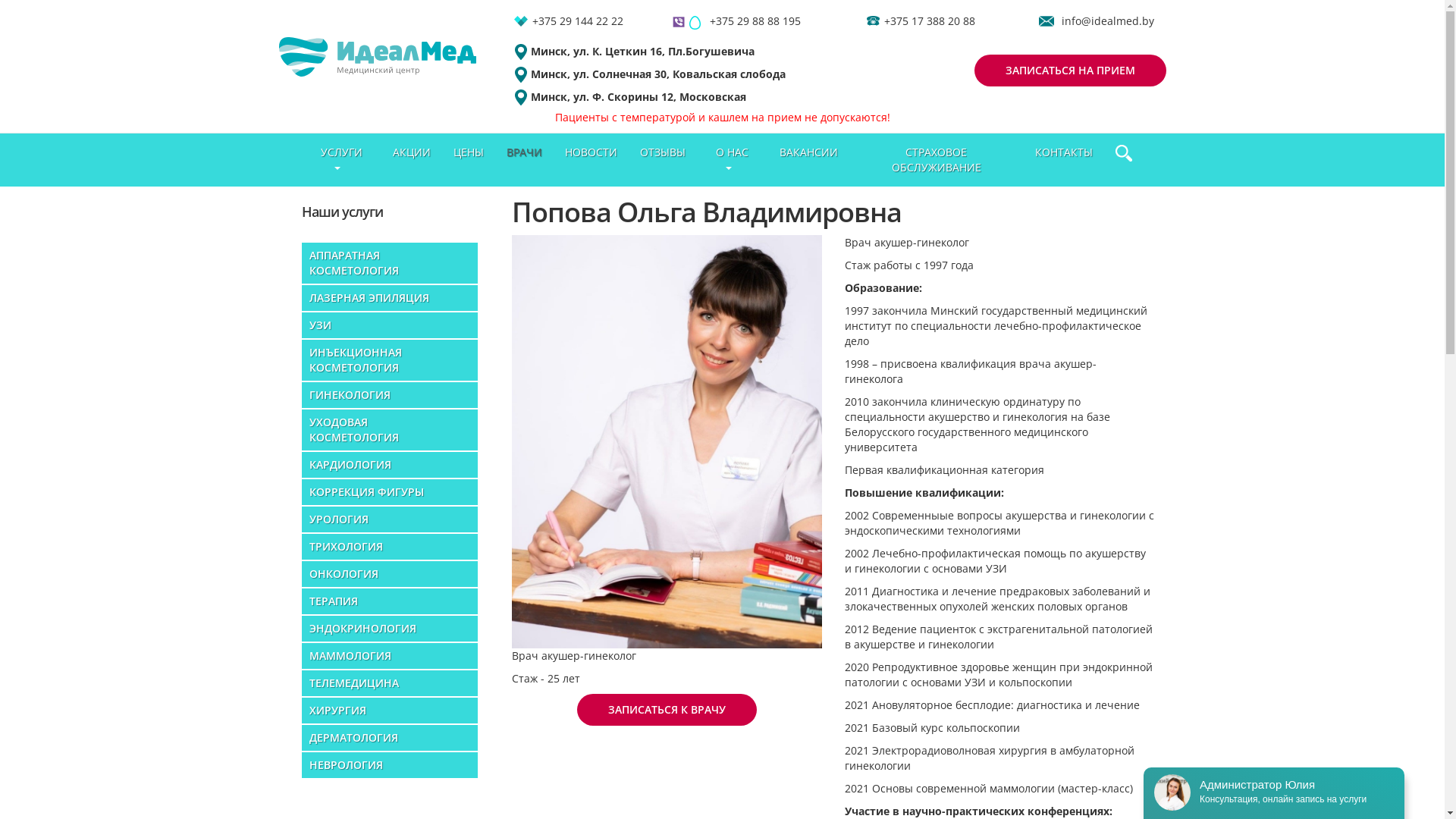 This screenshot has width=1456, height=819. Describe the element at coordinates (755, 20) in the screenshot. I see `'+375 29 88 88 195'` at that location.